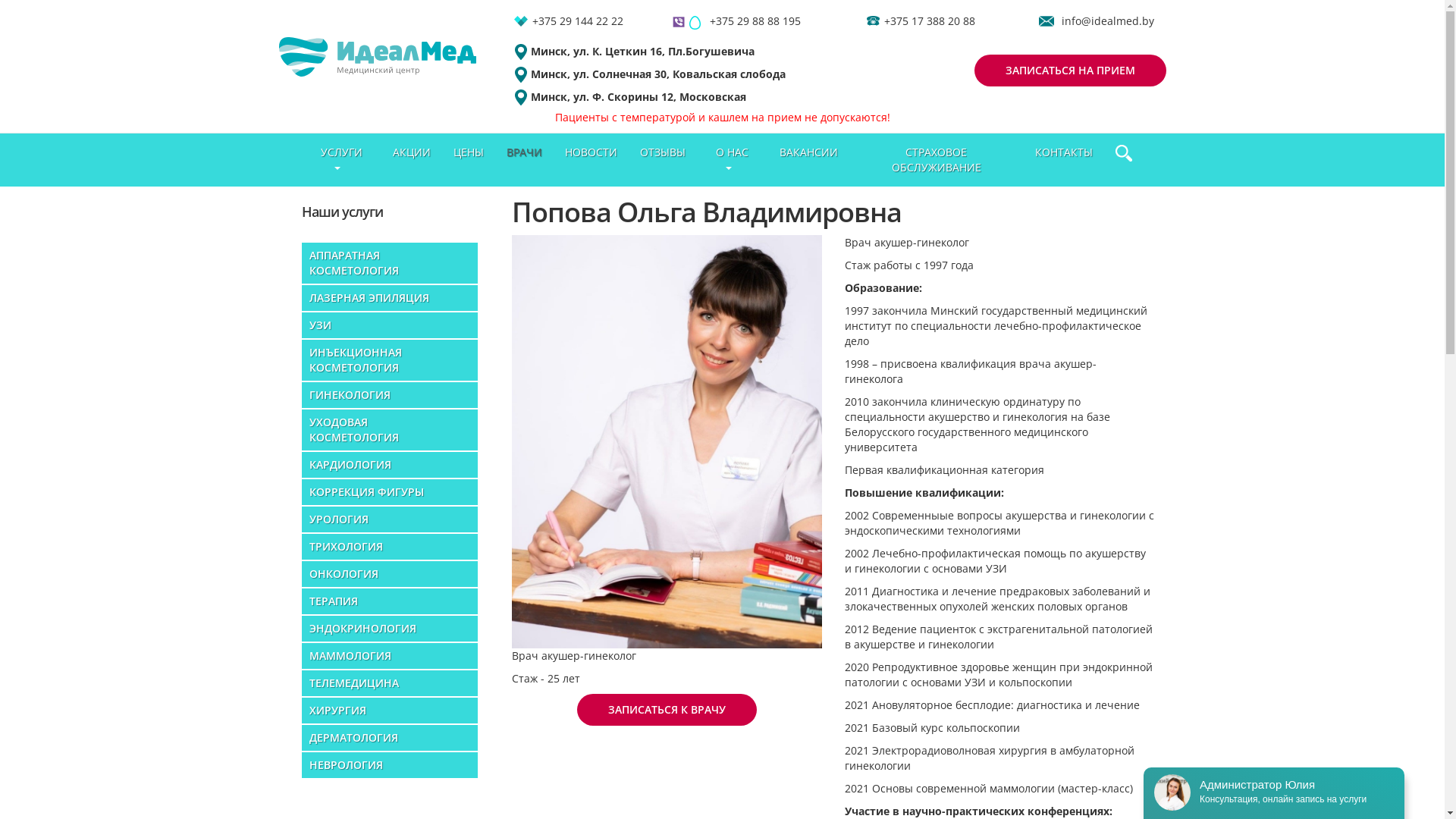 This screenshot has width=1456, height=819. Describe the element at coordinates (755, 20) in the screenshot. I see `'+375 29 88 88 195'` at that location.